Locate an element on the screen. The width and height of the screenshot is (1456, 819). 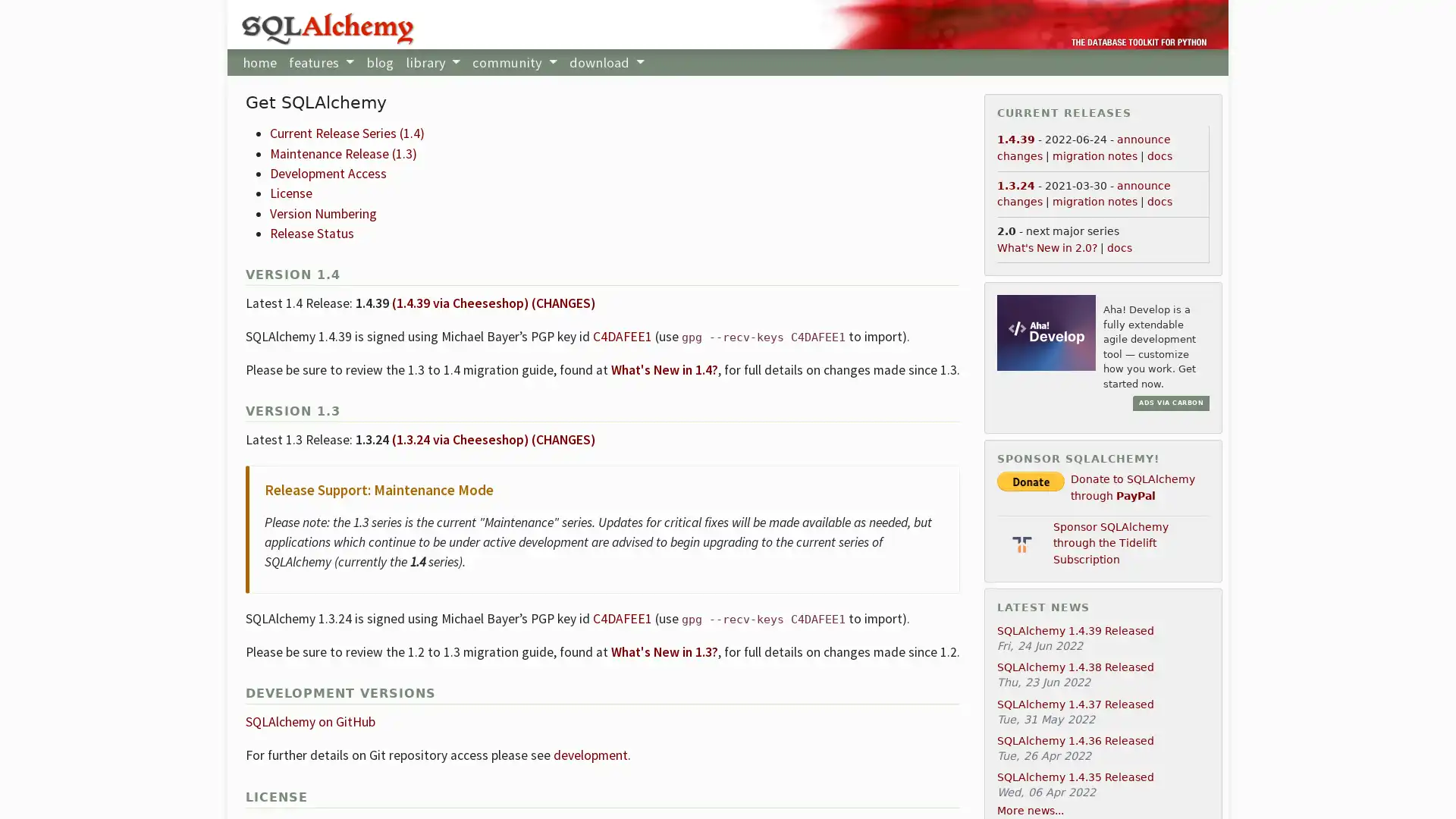
PayPal - The safer, easier way to pay online! is located at coordinates (1031, 481).